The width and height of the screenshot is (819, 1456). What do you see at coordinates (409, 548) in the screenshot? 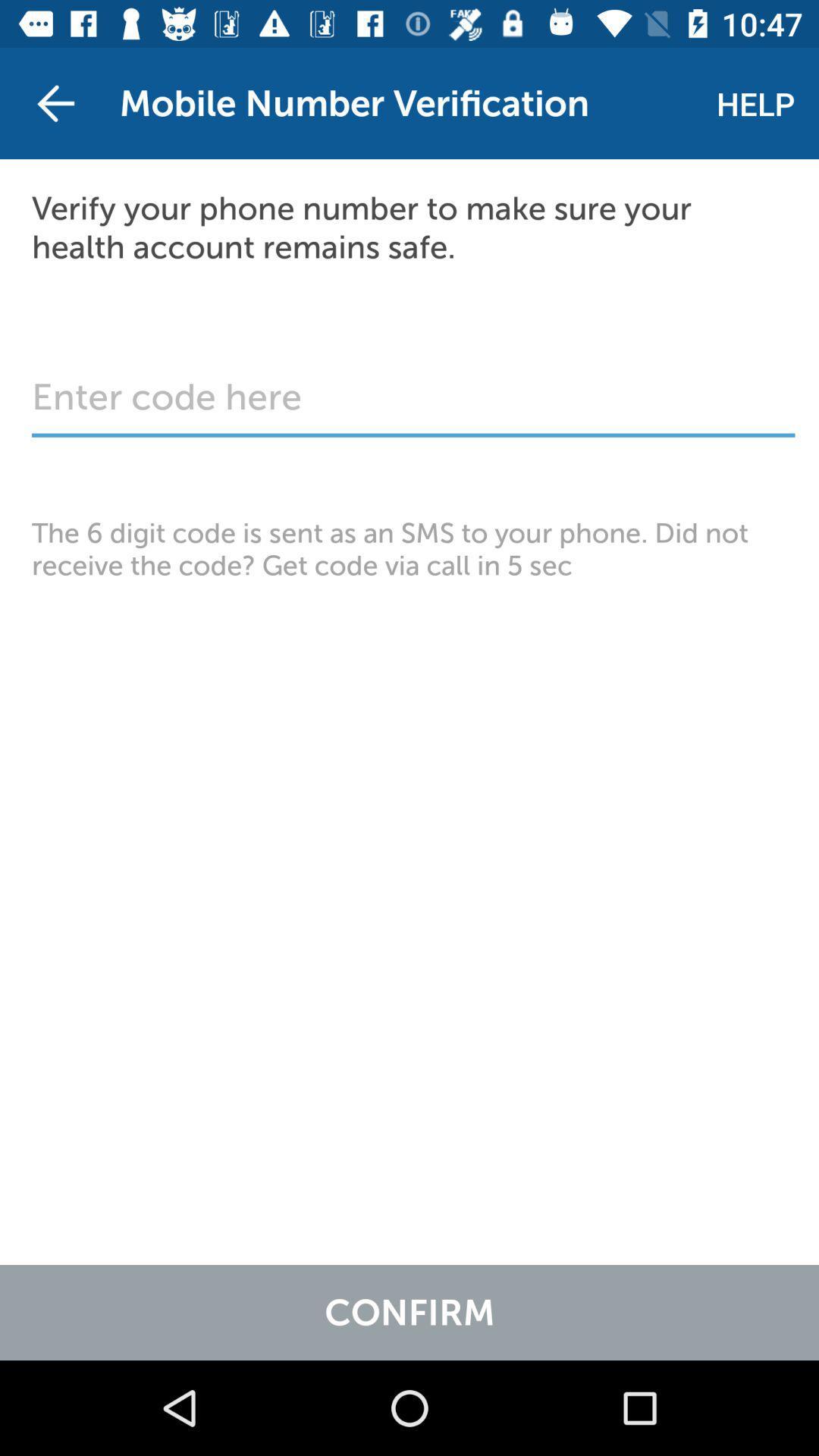
I see `icon at the center` at bounding box center [409, 548].